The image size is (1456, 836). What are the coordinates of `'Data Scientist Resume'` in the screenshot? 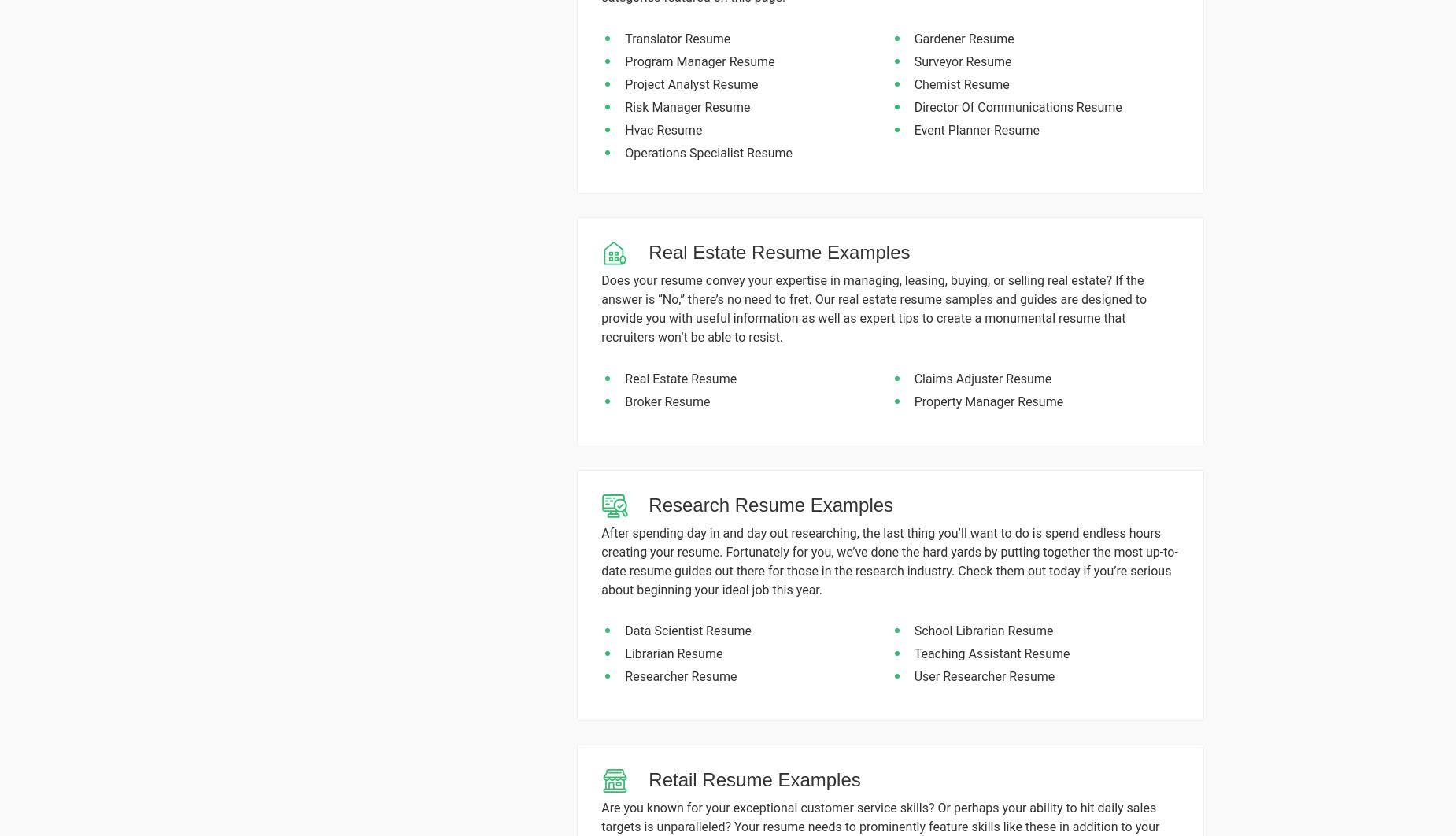 It's located at (688, 630).